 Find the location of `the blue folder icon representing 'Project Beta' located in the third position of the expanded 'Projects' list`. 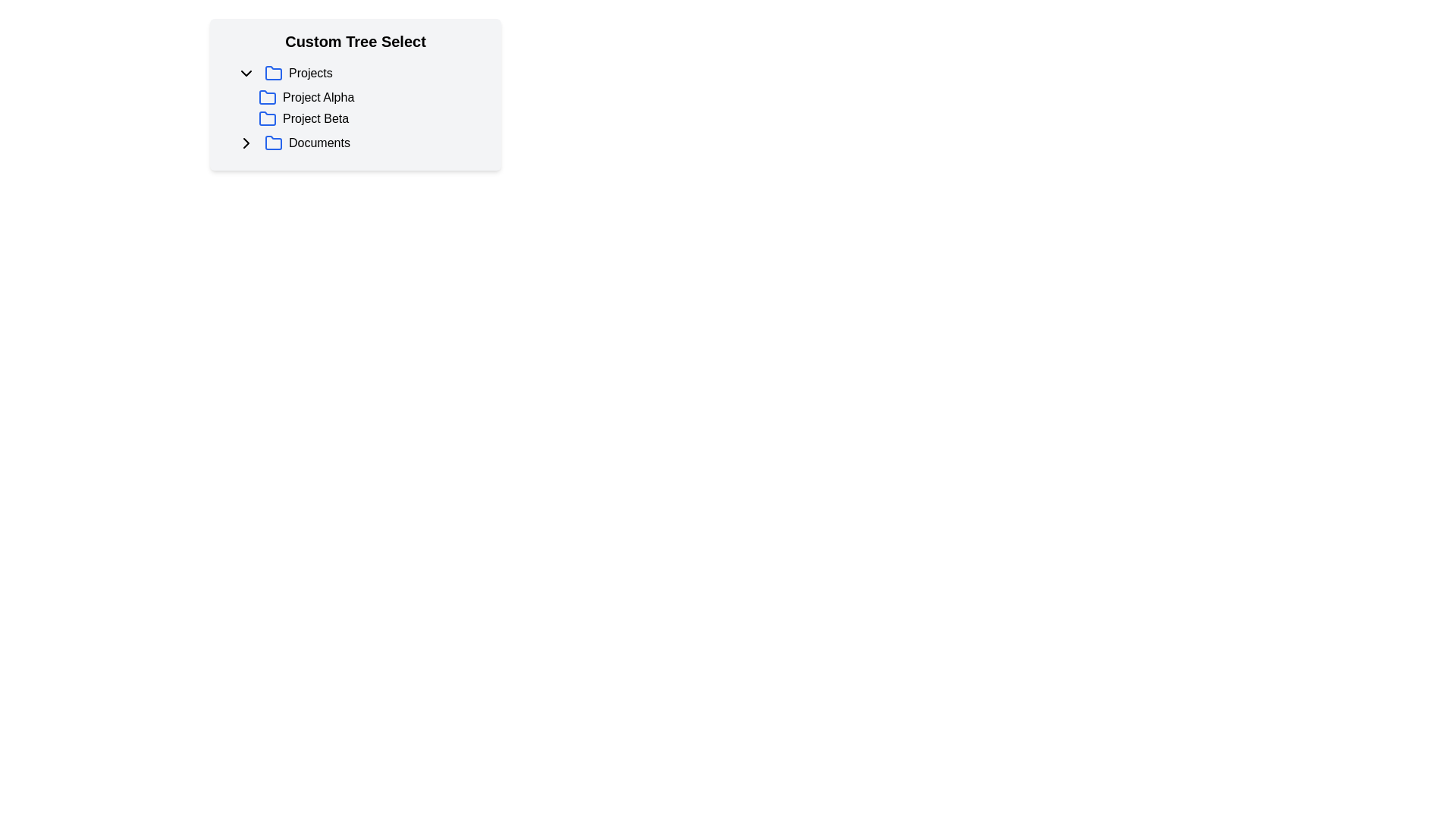

the blue folder icon representing 'Project Beta' located in the third position of the expanded 'Projects' list is located at coordinates (268, 117).